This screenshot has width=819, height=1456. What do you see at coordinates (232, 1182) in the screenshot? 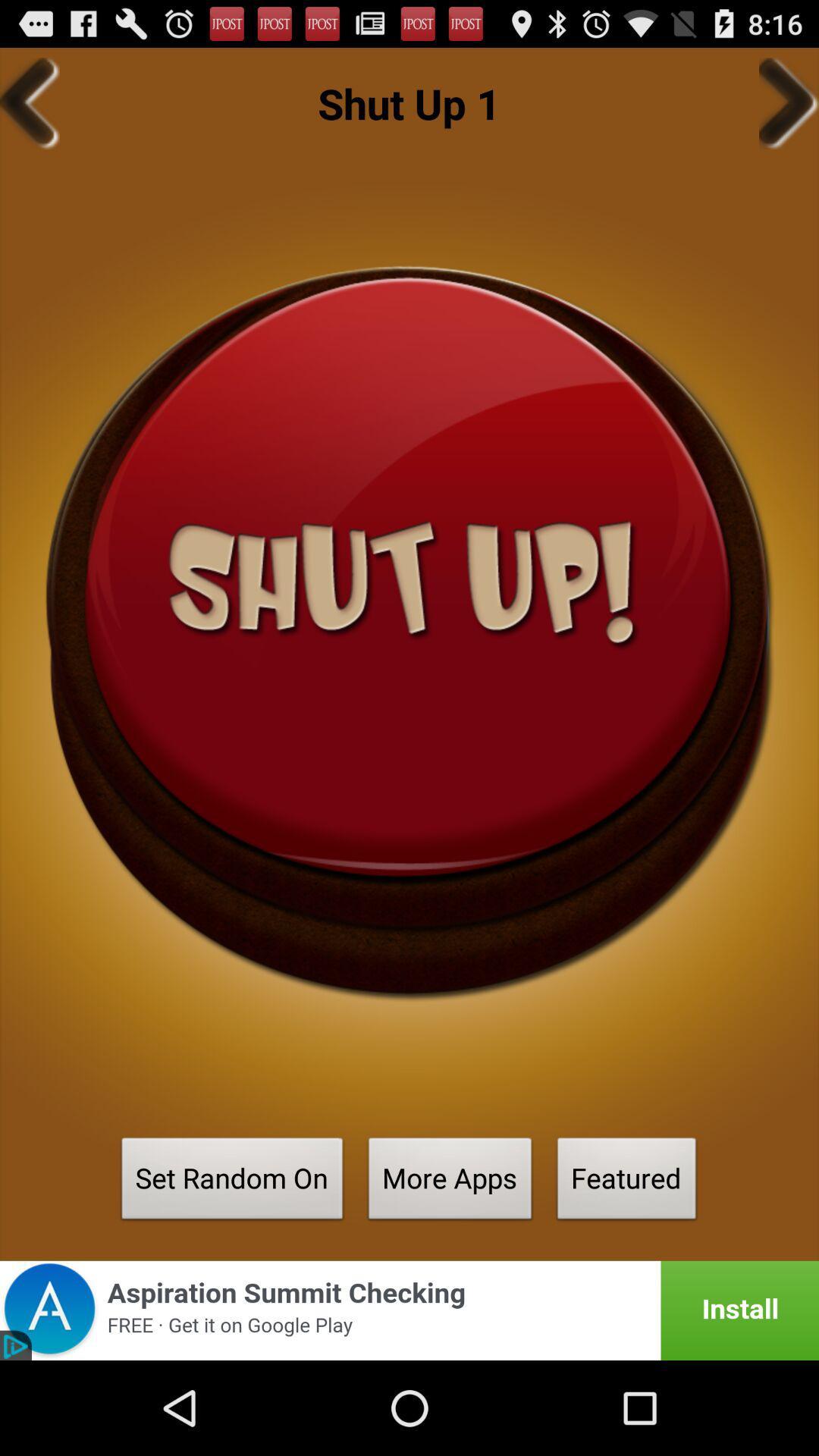
I see `the set random on` at bounding box center [232, 1182].